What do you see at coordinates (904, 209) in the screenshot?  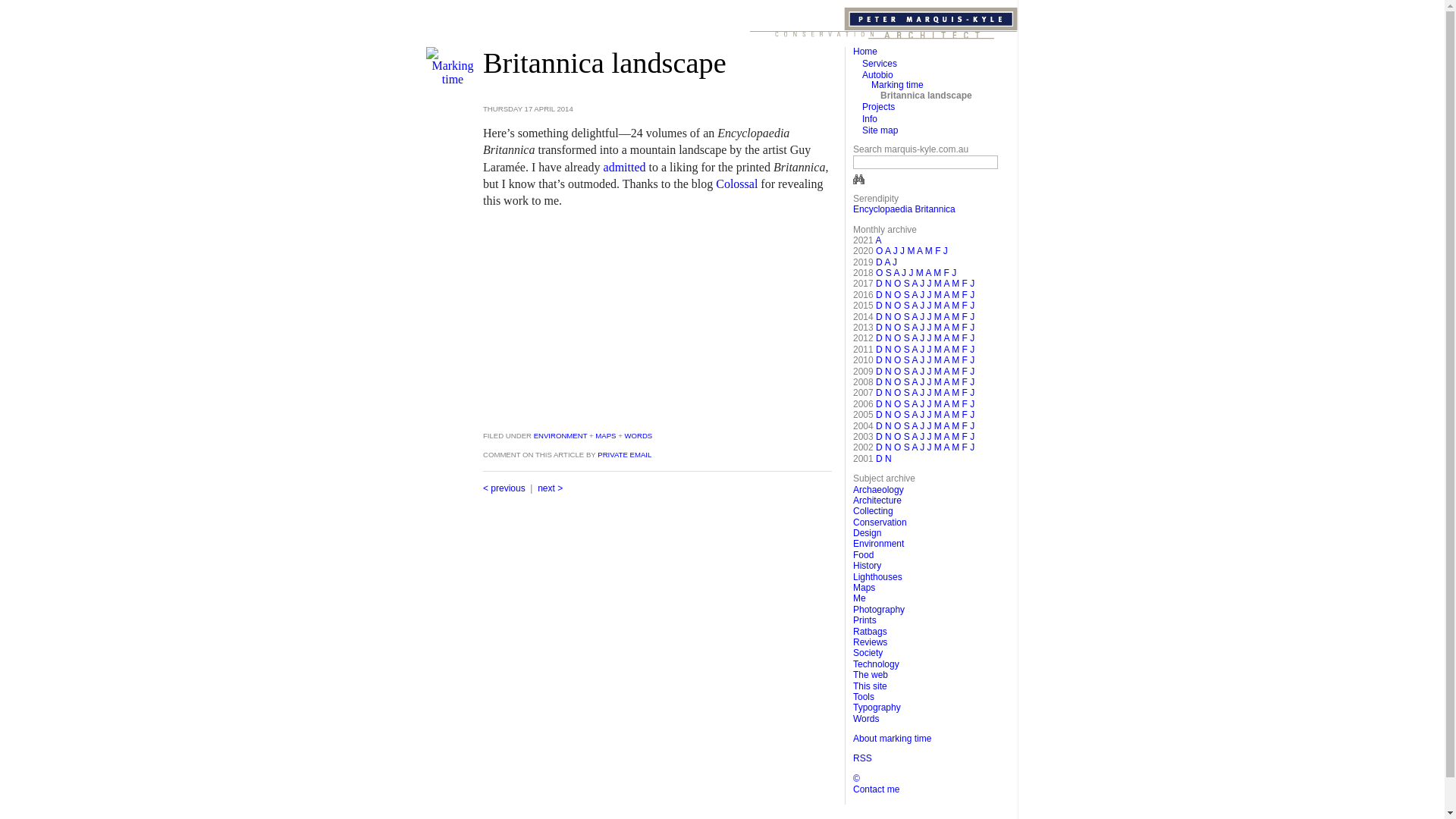 I see `'Encyclopaedia Britannica'` at bounding box center [904, 209].